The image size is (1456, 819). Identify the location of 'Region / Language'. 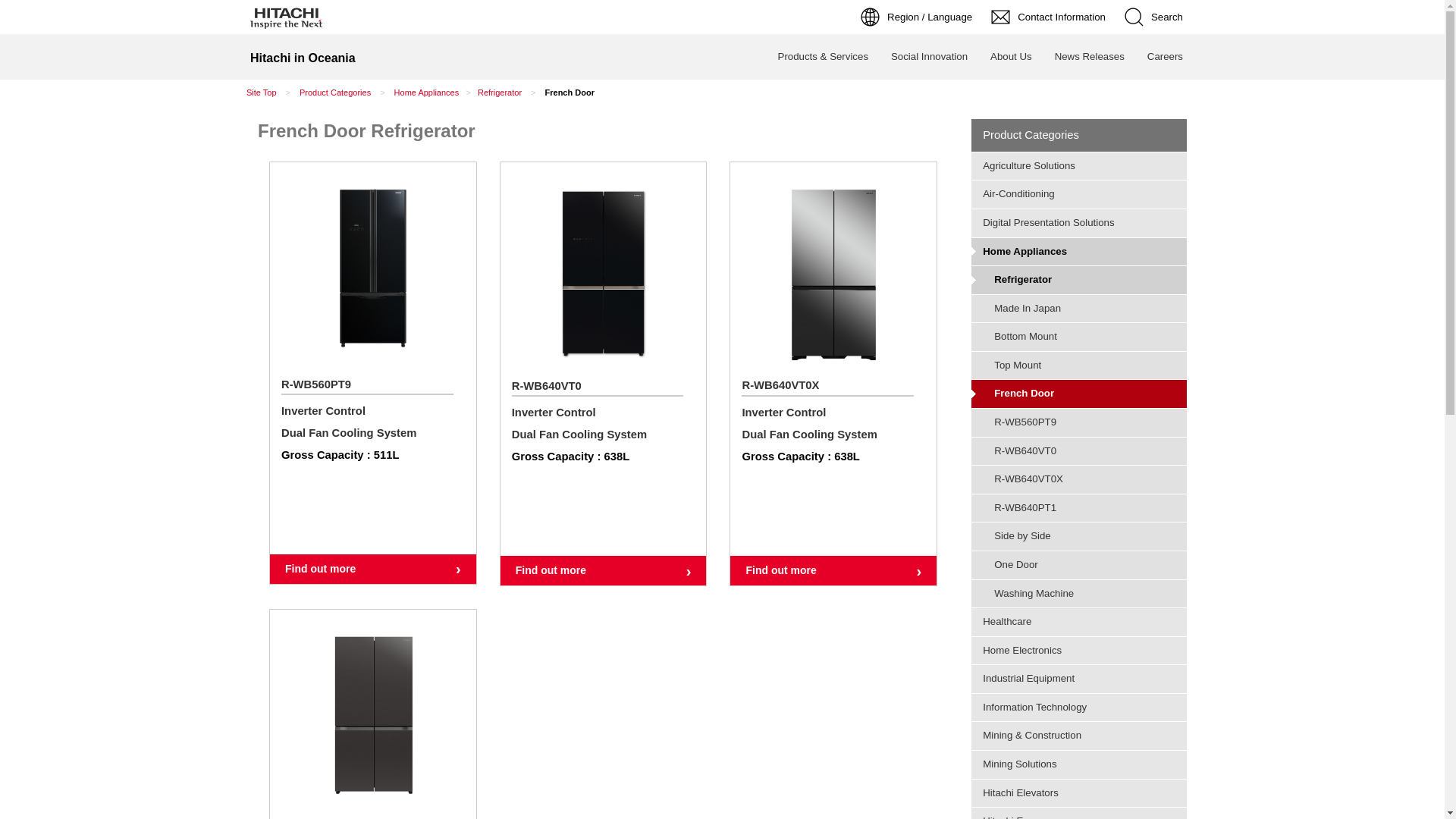
(852, 17).